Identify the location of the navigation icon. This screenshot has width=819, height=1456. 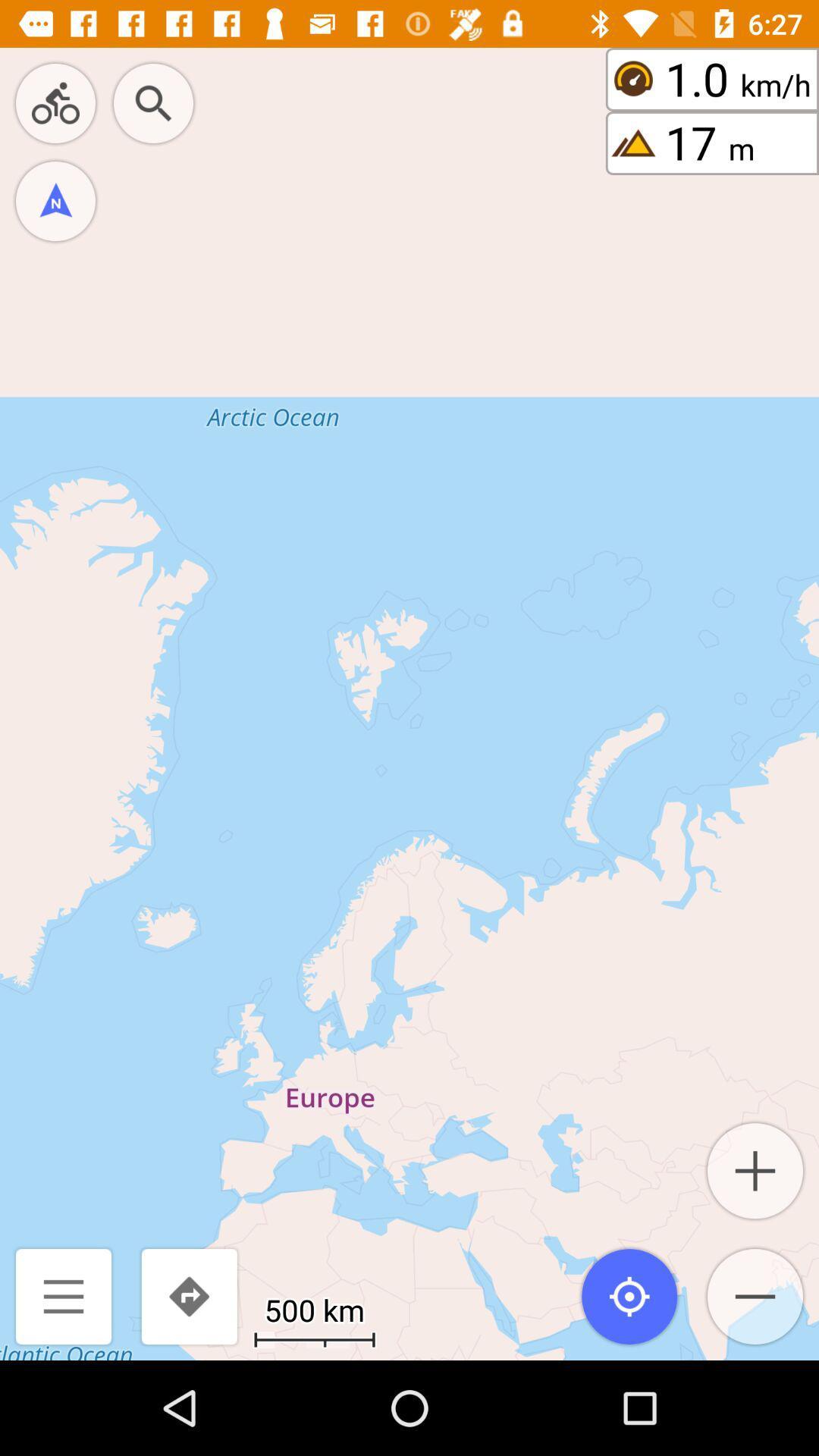
(55, 200).